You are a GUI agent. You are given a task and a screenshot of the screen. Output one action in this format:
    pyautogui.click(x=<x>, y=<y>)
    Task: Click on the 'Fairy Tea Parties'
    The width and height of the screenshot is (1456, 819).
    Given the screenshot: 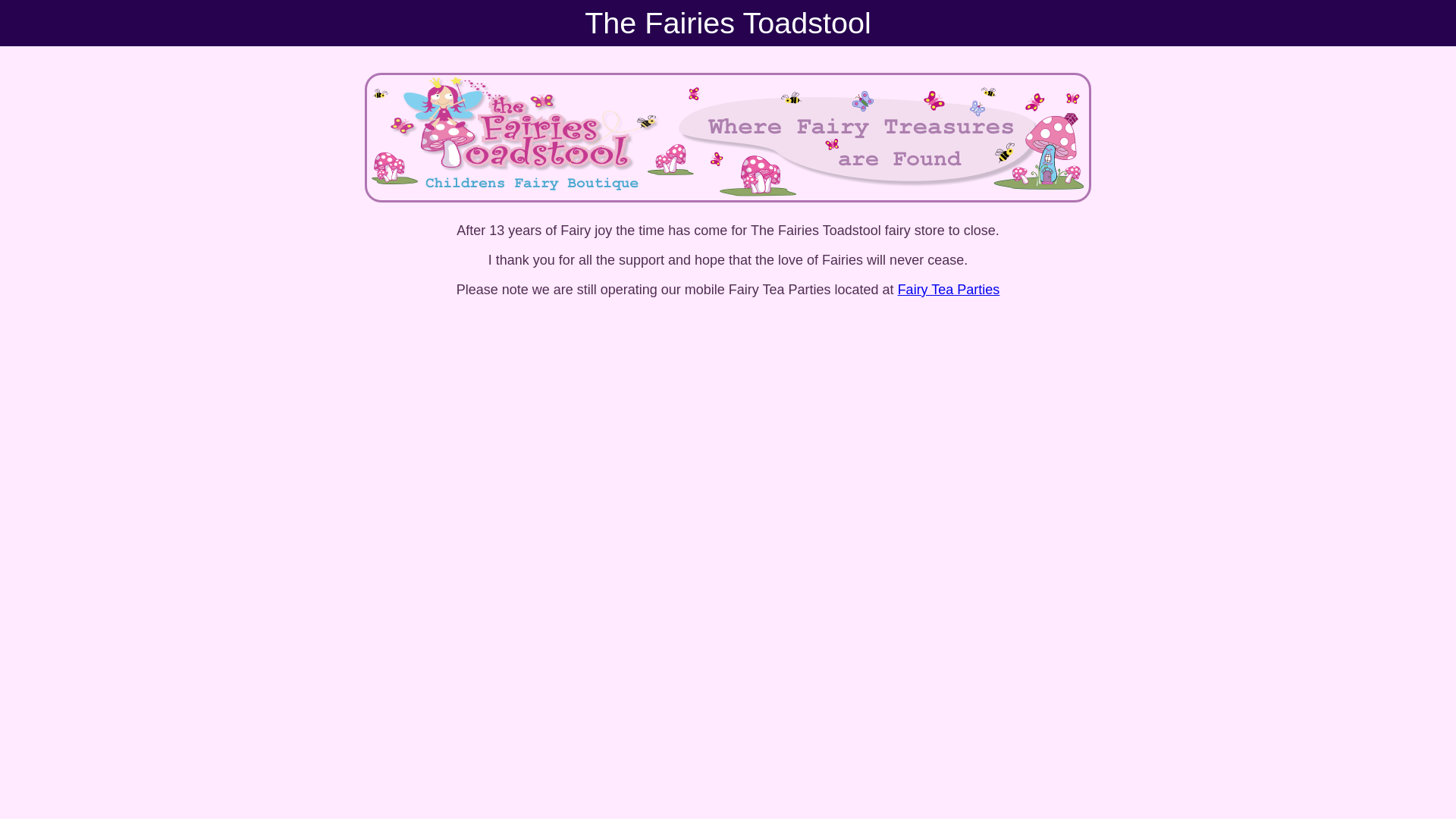 What is the action you would take?
    pyautogui.click(x=898, y=289)
    